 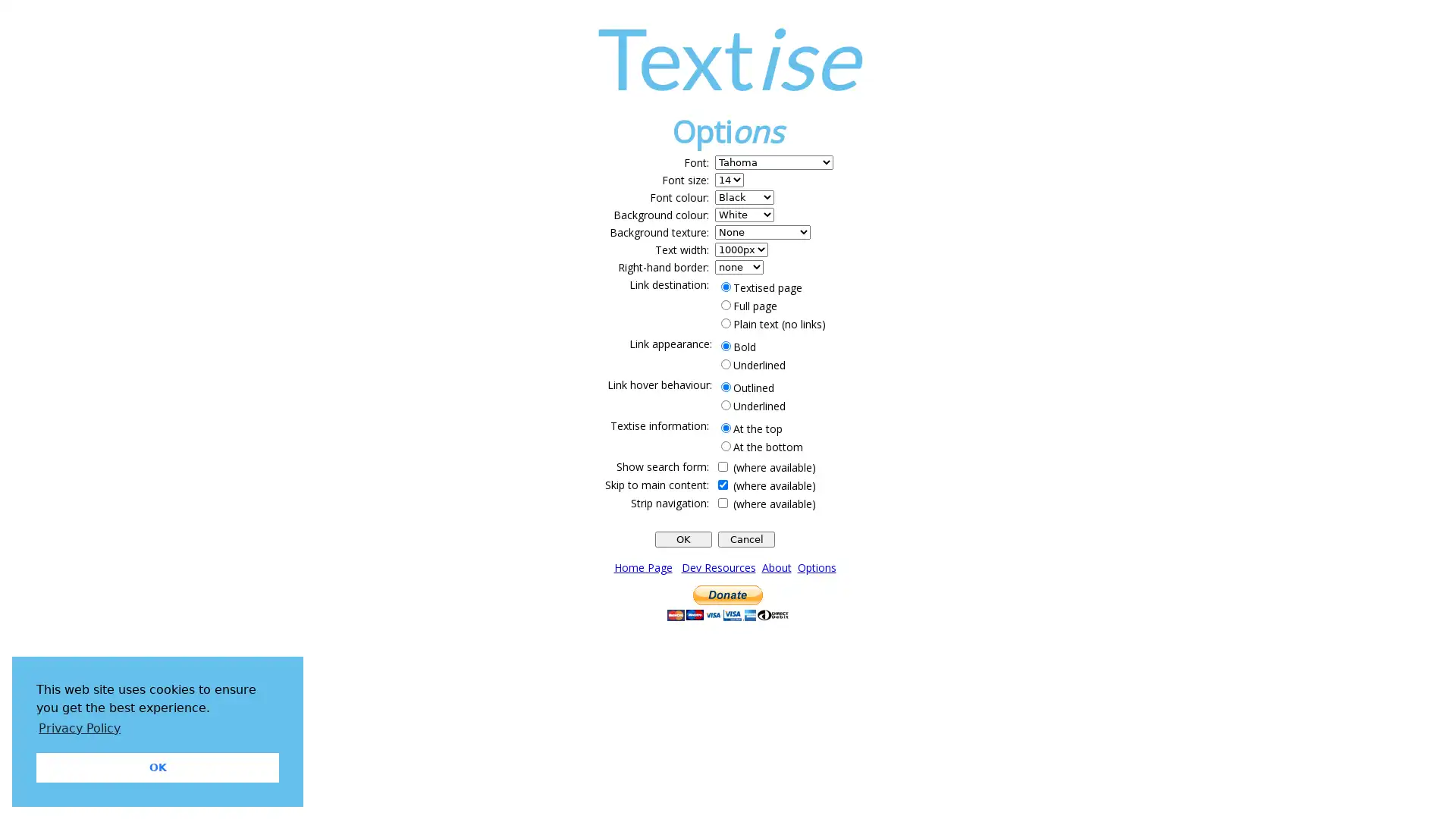 I want to click on dismiss cookie message, so click(x=157, y=767).